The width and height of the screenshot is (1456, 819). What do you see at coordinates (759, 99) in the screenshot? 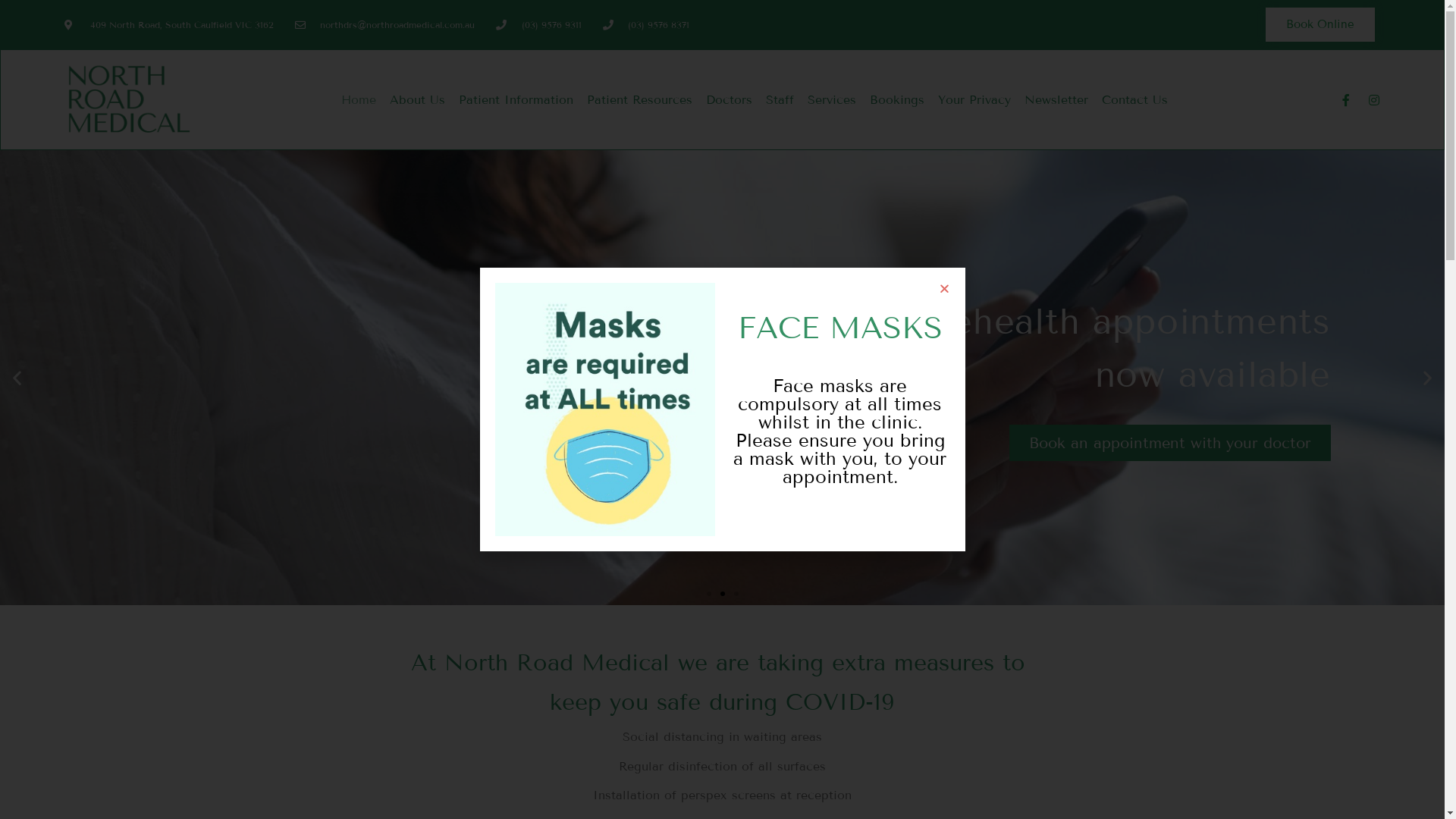
I see `'Staff'` at bounding box center [759, 99].